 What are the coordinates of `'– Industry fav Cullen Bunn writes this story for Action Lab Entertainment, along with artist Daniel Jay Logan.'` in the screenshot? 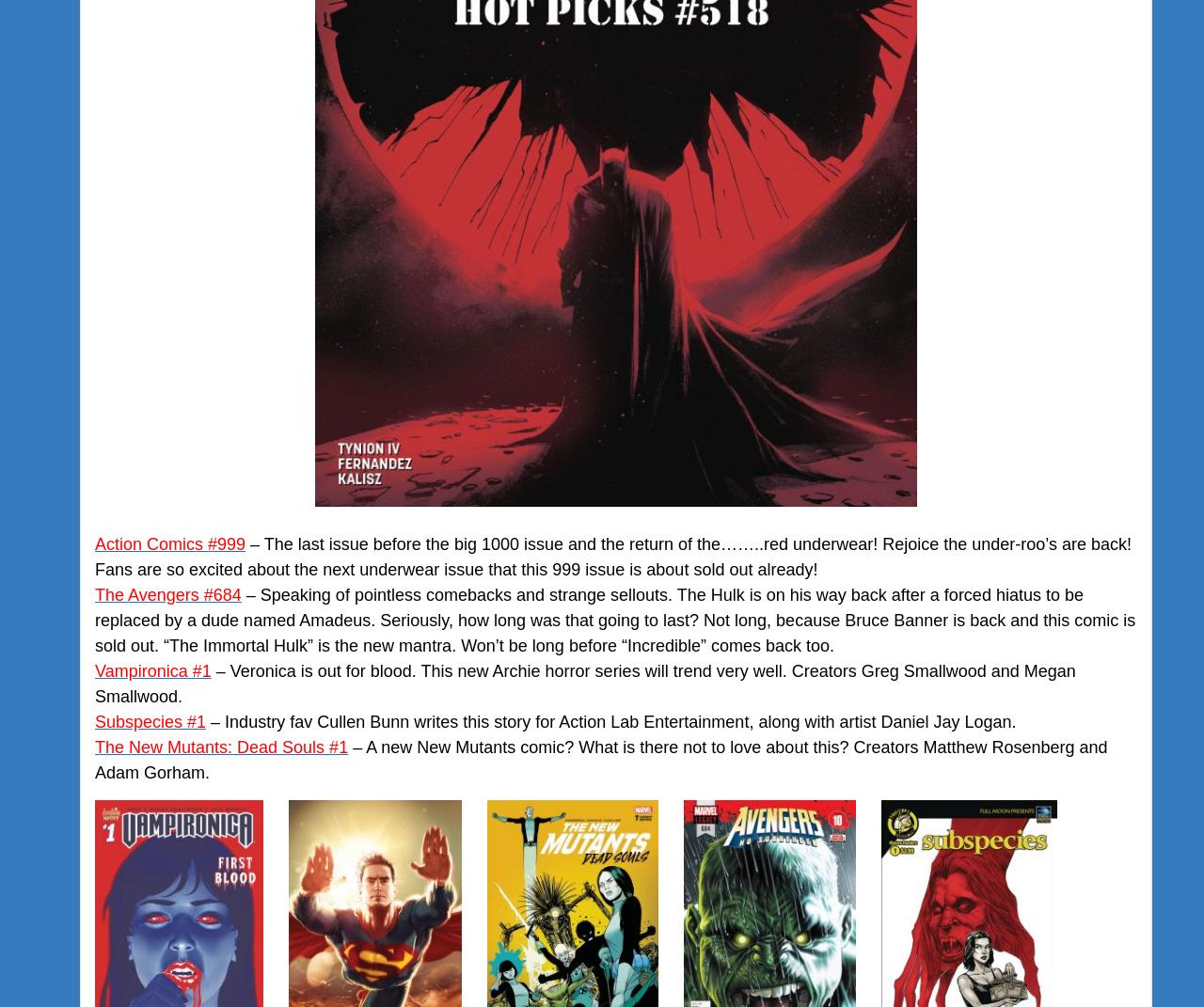 It's located at (610, 721).